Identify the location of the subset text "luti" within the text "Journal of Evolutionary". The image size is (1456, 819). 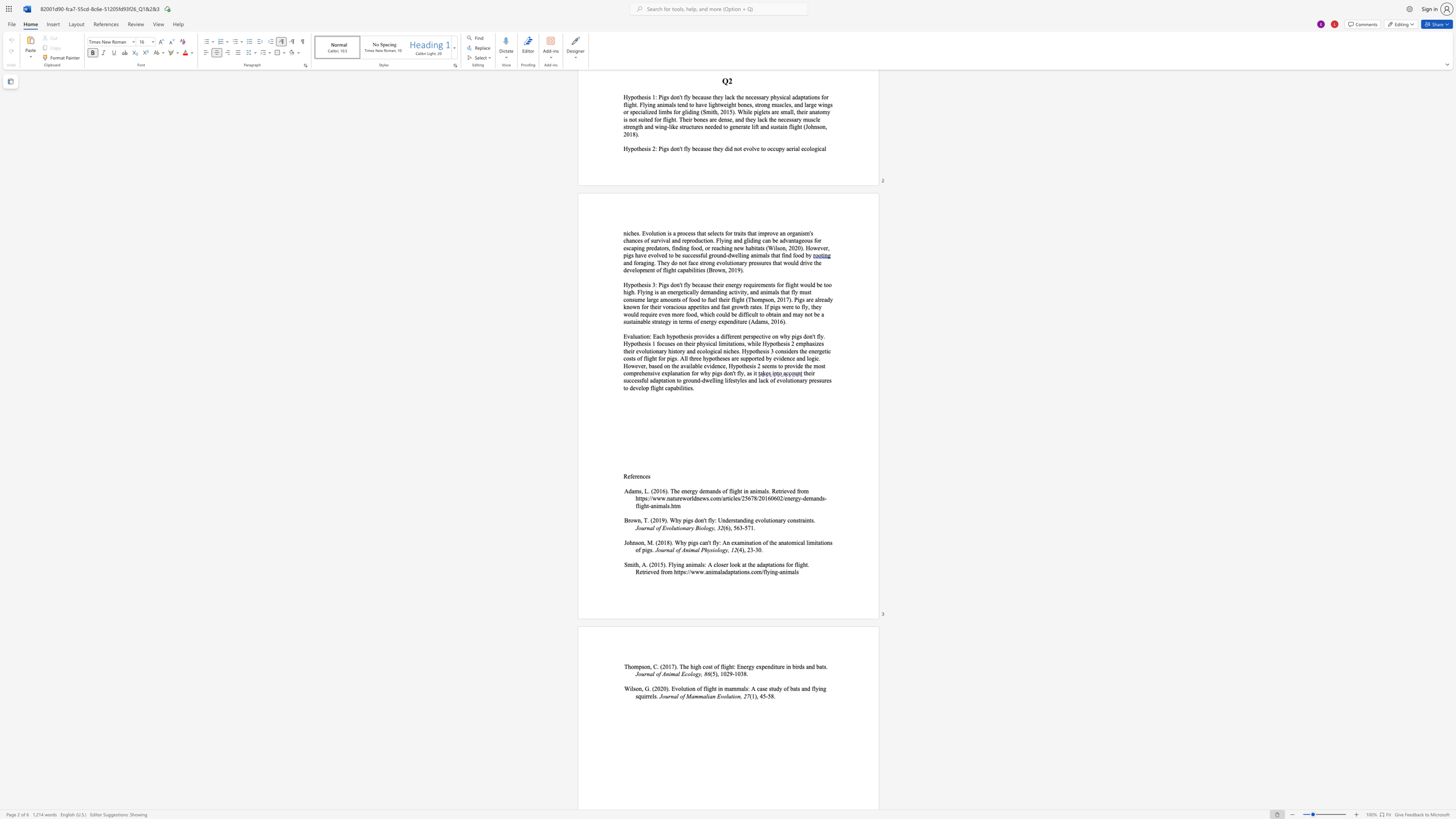
(671, 527).